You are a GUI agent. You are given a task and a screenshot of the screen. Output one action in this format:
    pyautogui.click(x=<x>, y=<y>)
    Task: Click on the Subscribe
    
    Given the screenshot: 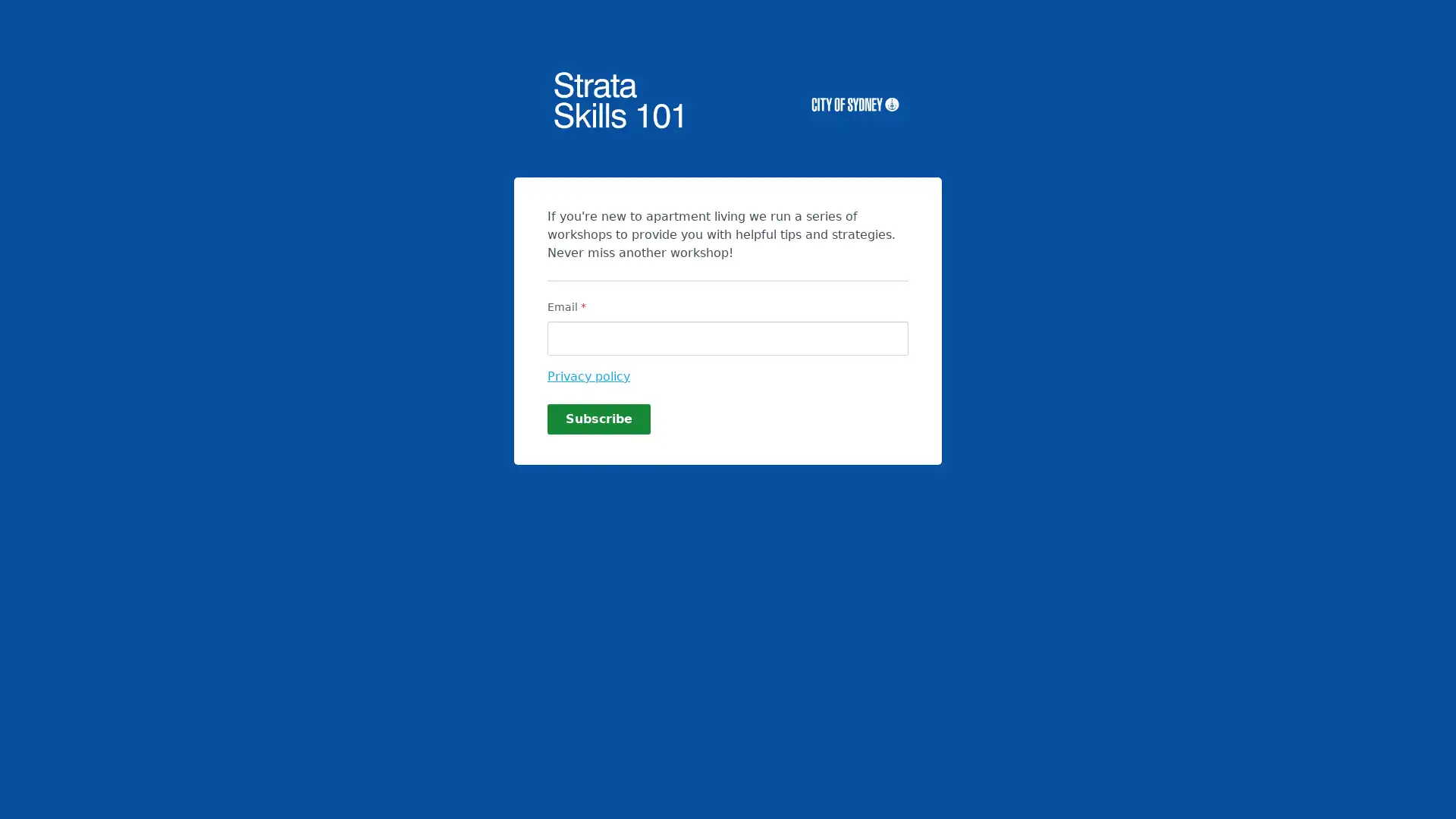 What is the action you would take?
    pyautogui.click(x=598, y=419)
    